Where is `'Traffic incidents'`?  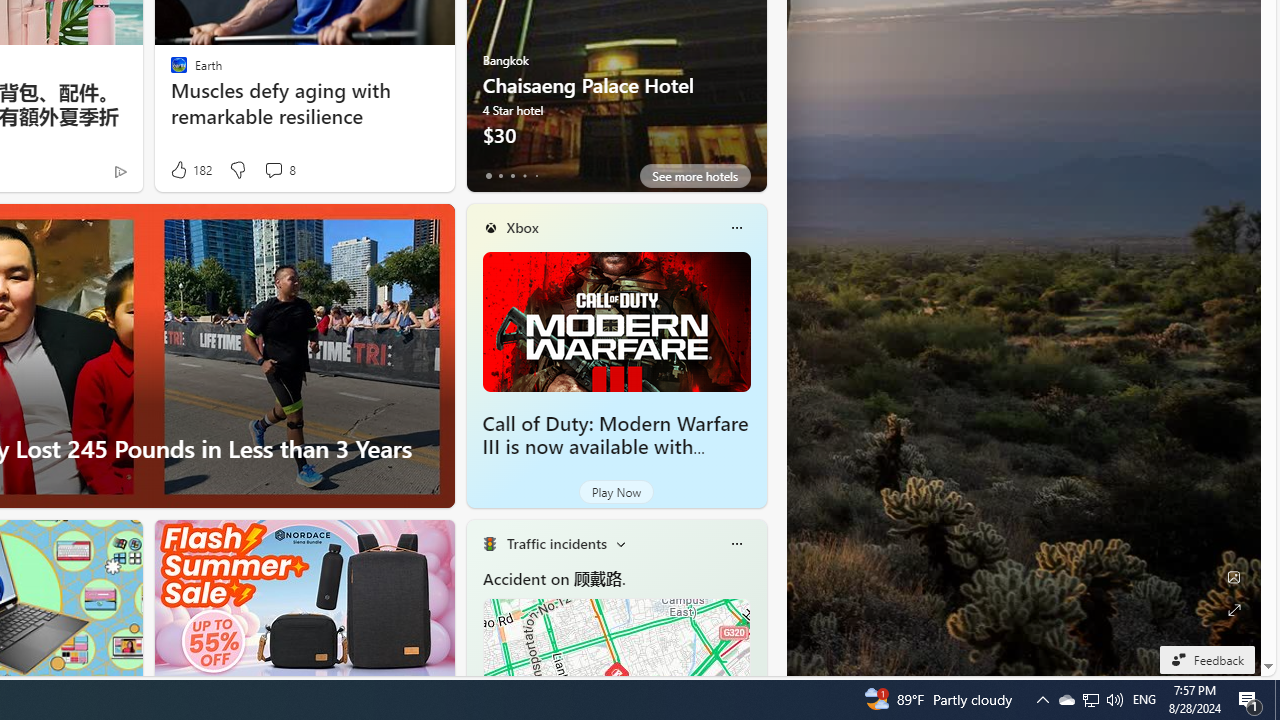 'Traffic incidents' is located at coordinates (556, 543).